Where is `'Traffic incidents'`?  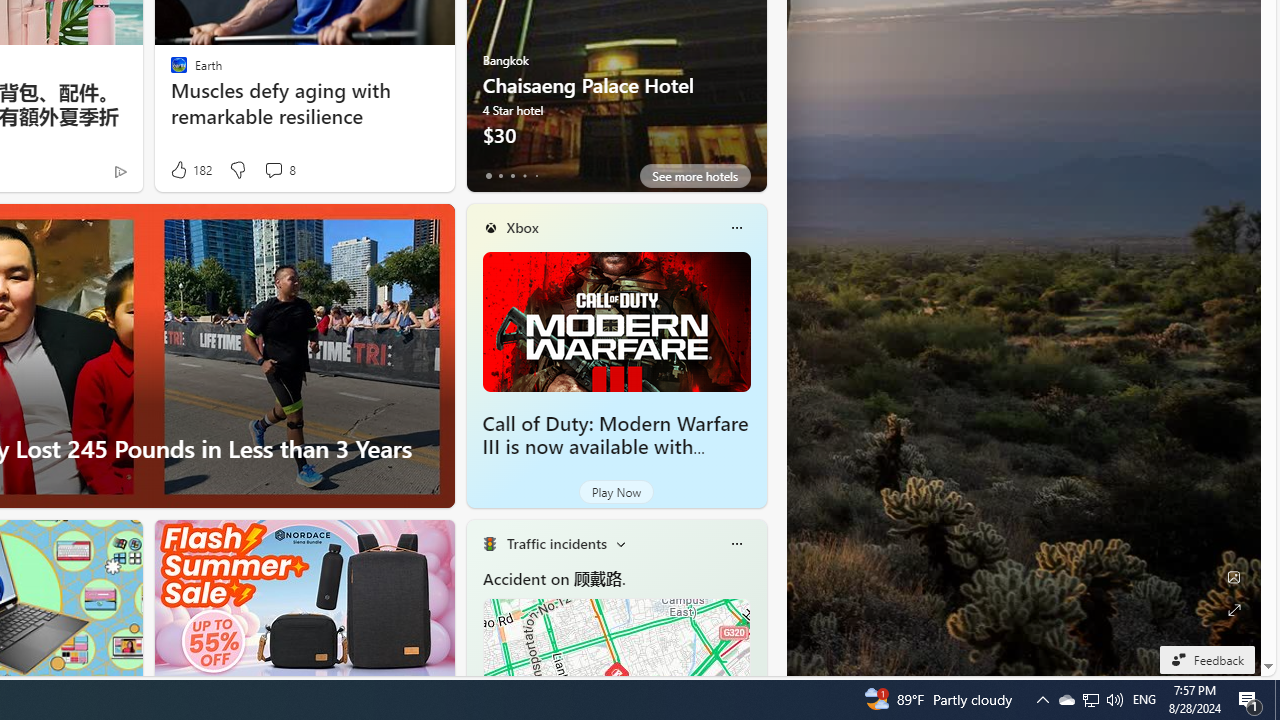 'Traffic incidents' is located at coordinates (556, 543).